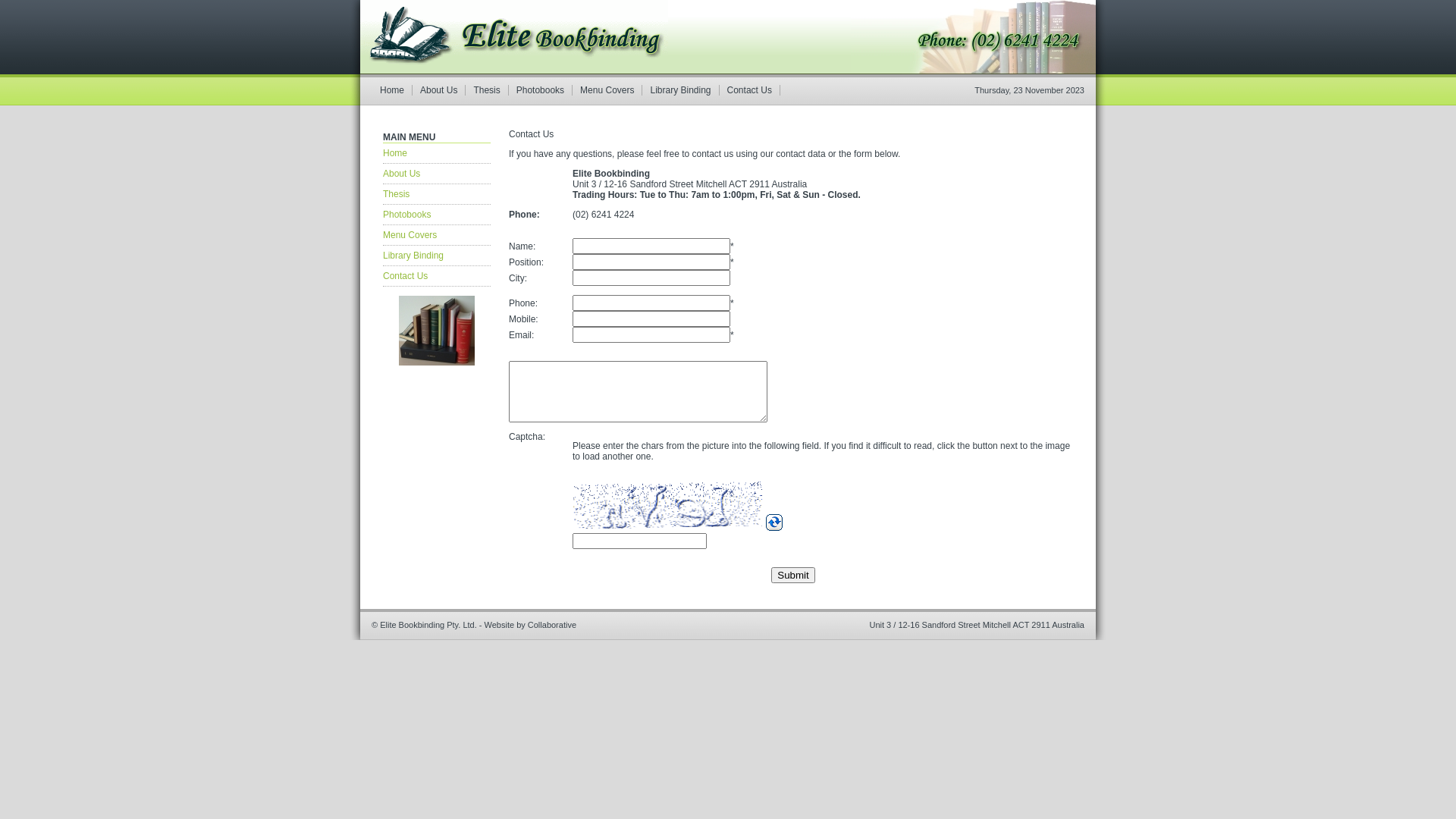 This screenshot has height=819, width=1456. Describe the element at coordinates (792, 575) in the screenshot. I see `'Submit'` at that location.